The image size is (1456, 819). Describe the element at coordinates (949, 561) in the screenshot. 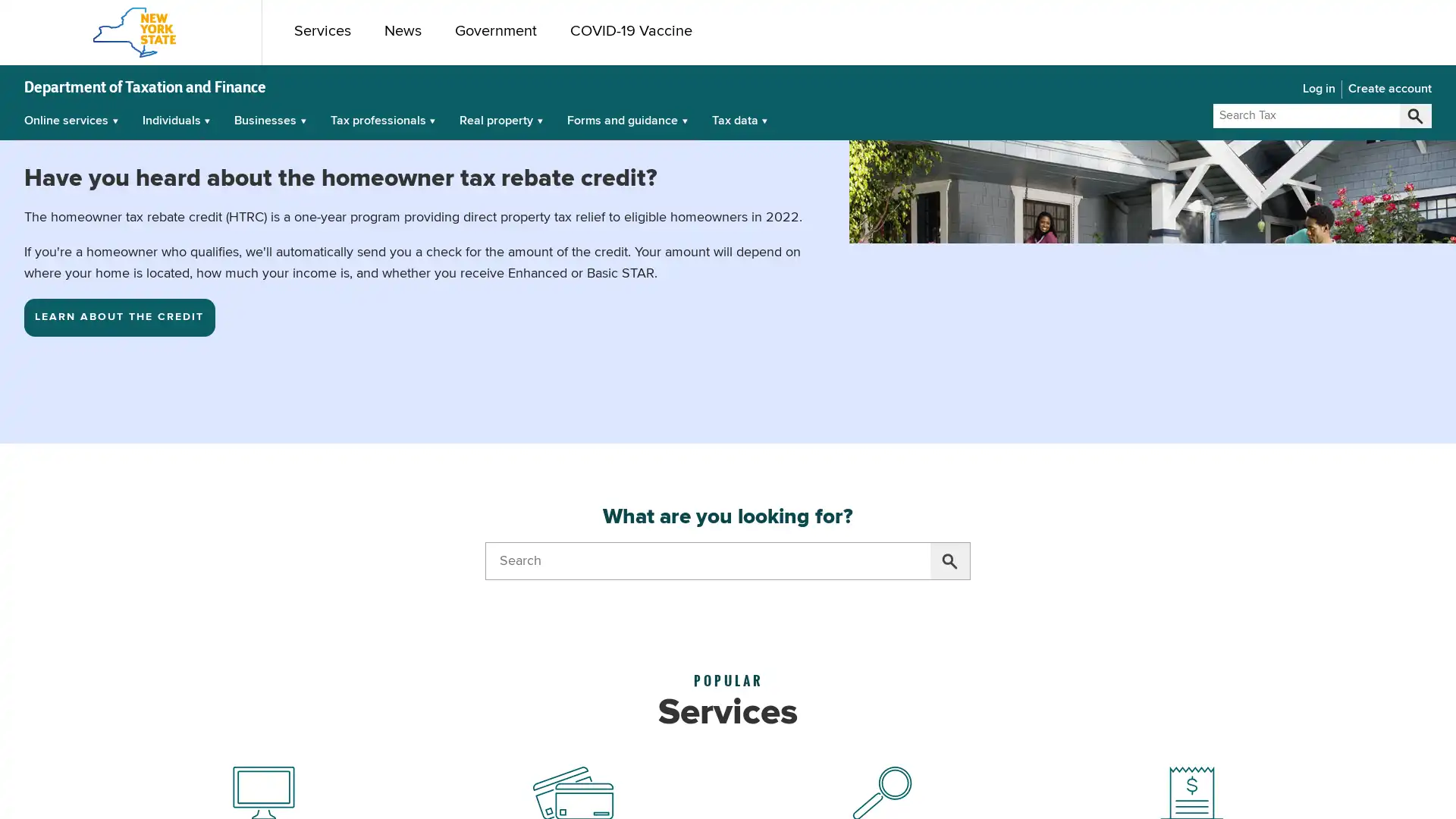

I see `Search` at that location.